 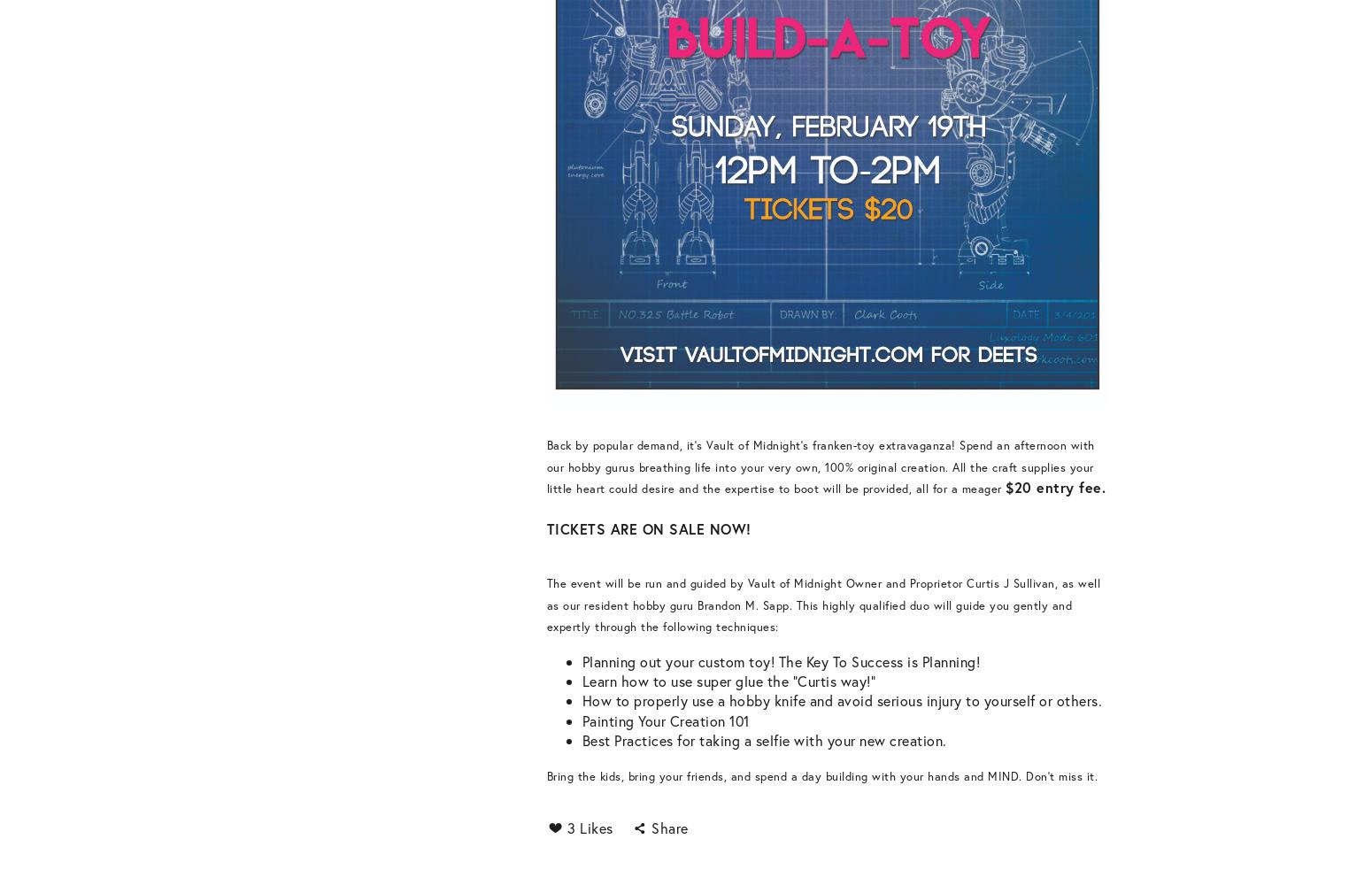 What do you see at coordinates (669, 827) in the screenshot?
I see `'Share'` at bounding box center [669, 827].